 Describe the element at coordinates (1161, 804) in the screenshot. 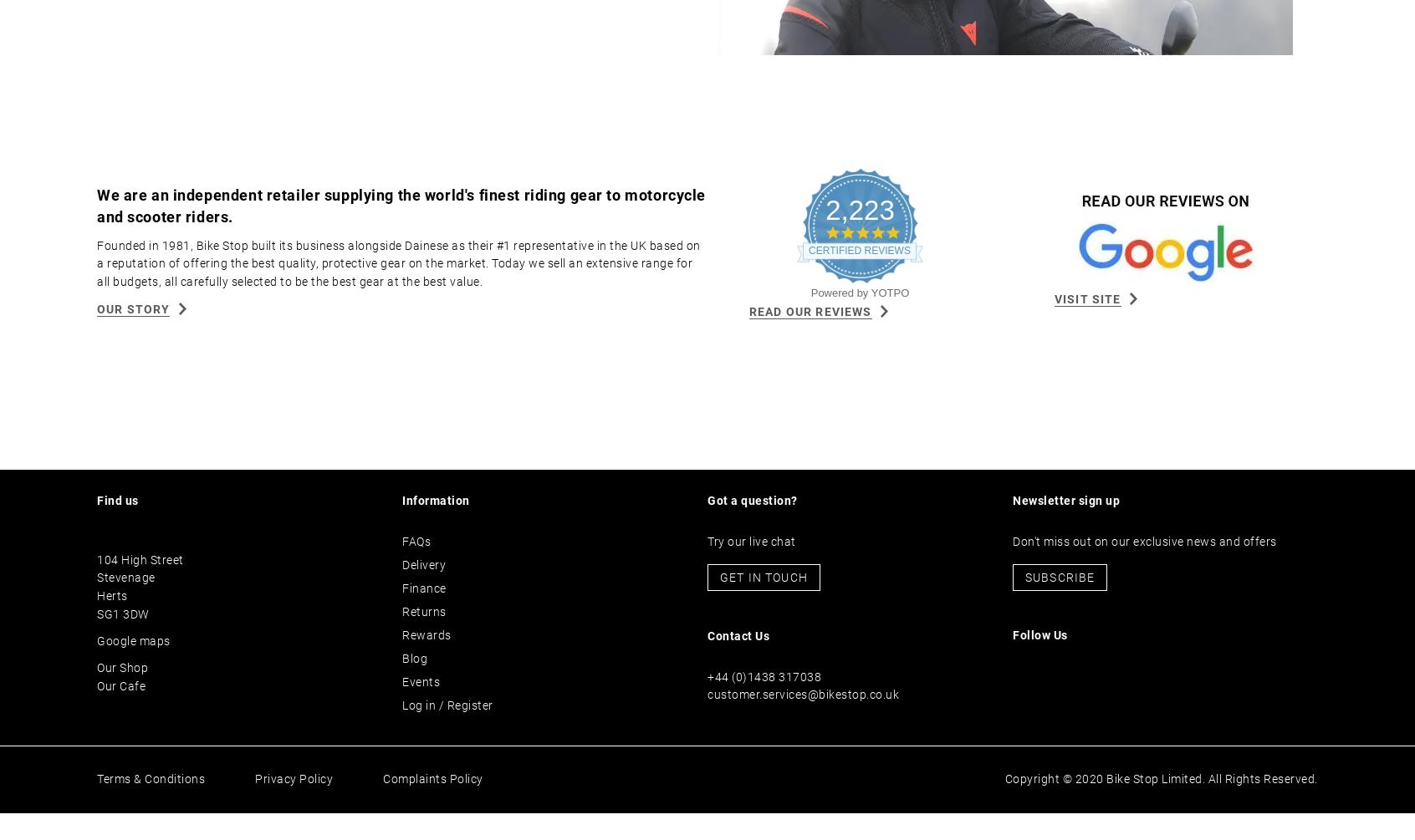

I see `'Copyright © 2020 Bike Stop Limited. All Rights Reserved.'` at that location.